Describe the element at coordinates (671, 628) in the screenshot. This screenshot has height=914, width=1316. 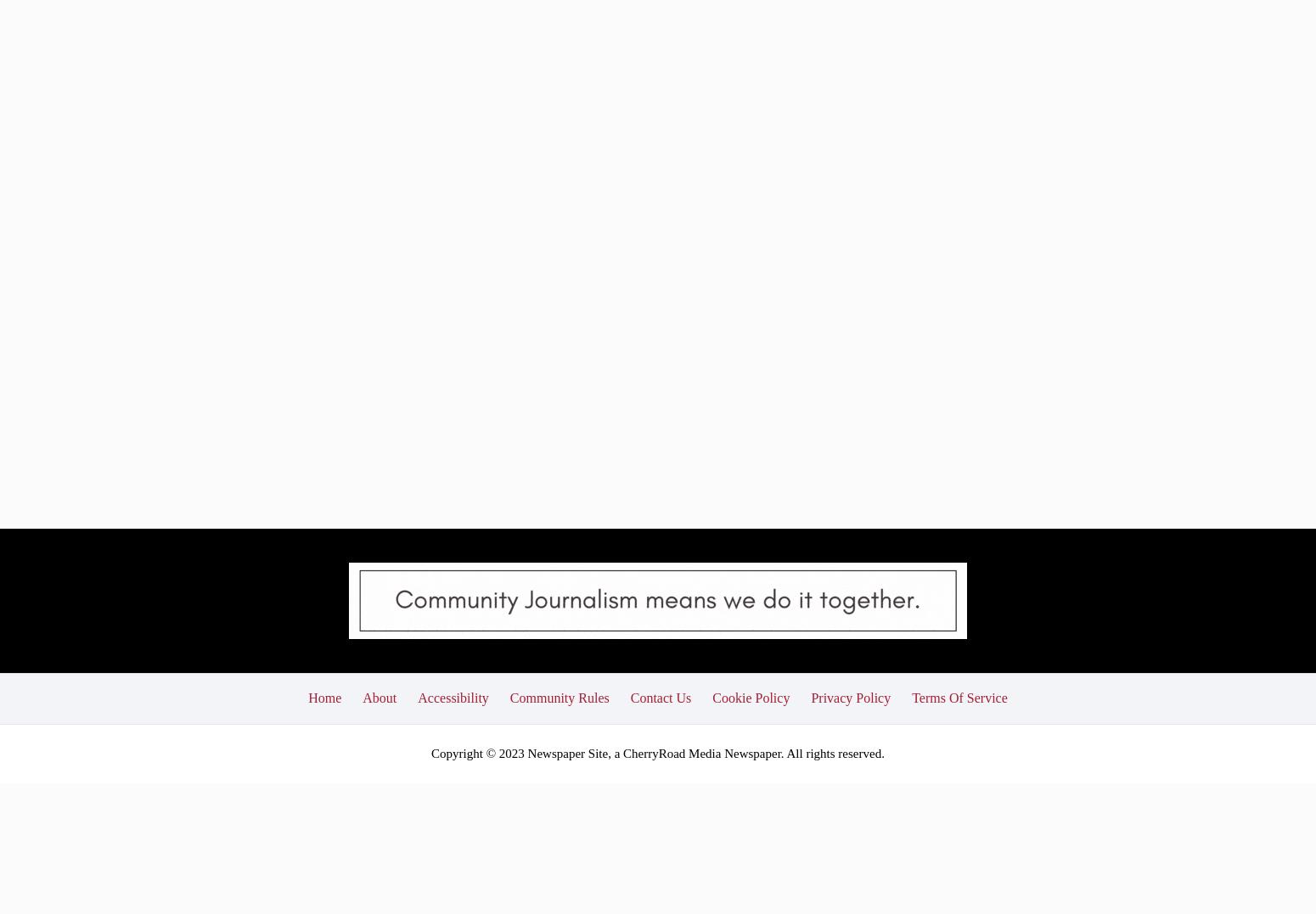
I see `'CherryRoad Media'` at that location.